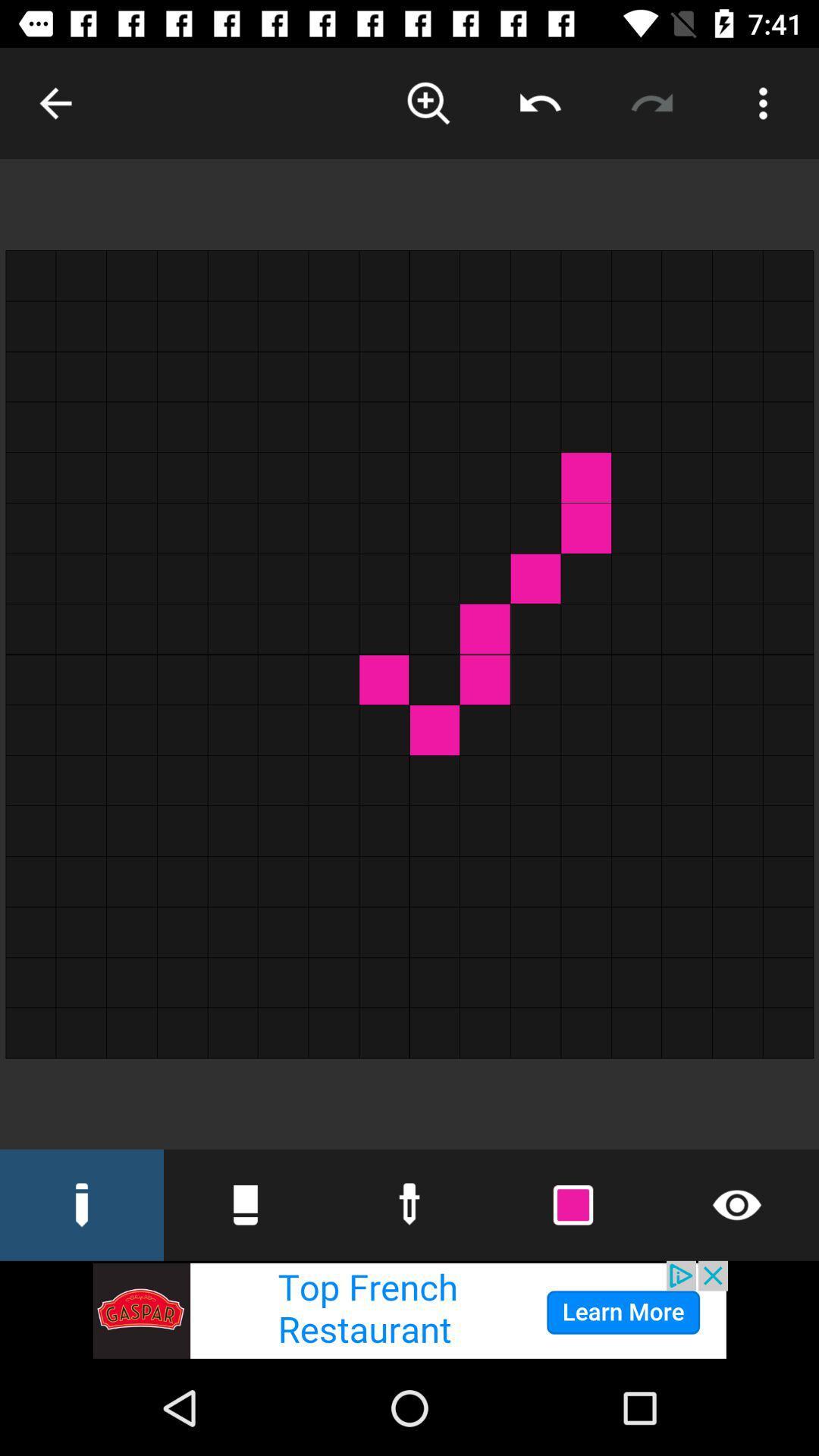 The width and height of the screenshot is (819, 1456). What do you see at coordinates (409, 1310) in the screenshot?
I see `advertisement page` at bounding box center [409, 1310].